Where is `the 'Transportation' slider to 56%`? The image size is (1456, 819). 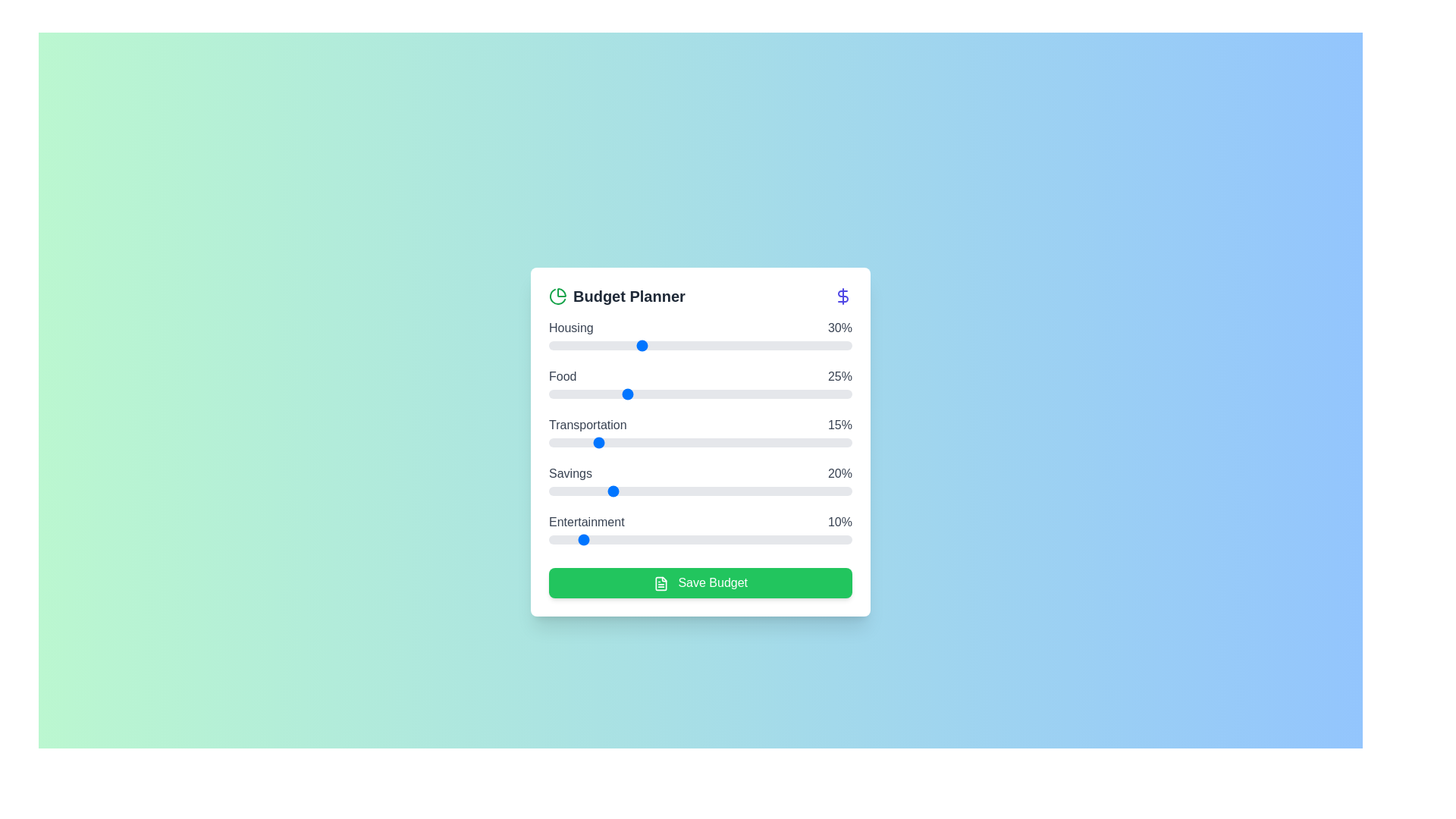 the 'Transportation' slider to 56% is located at coordinates (718, 442).